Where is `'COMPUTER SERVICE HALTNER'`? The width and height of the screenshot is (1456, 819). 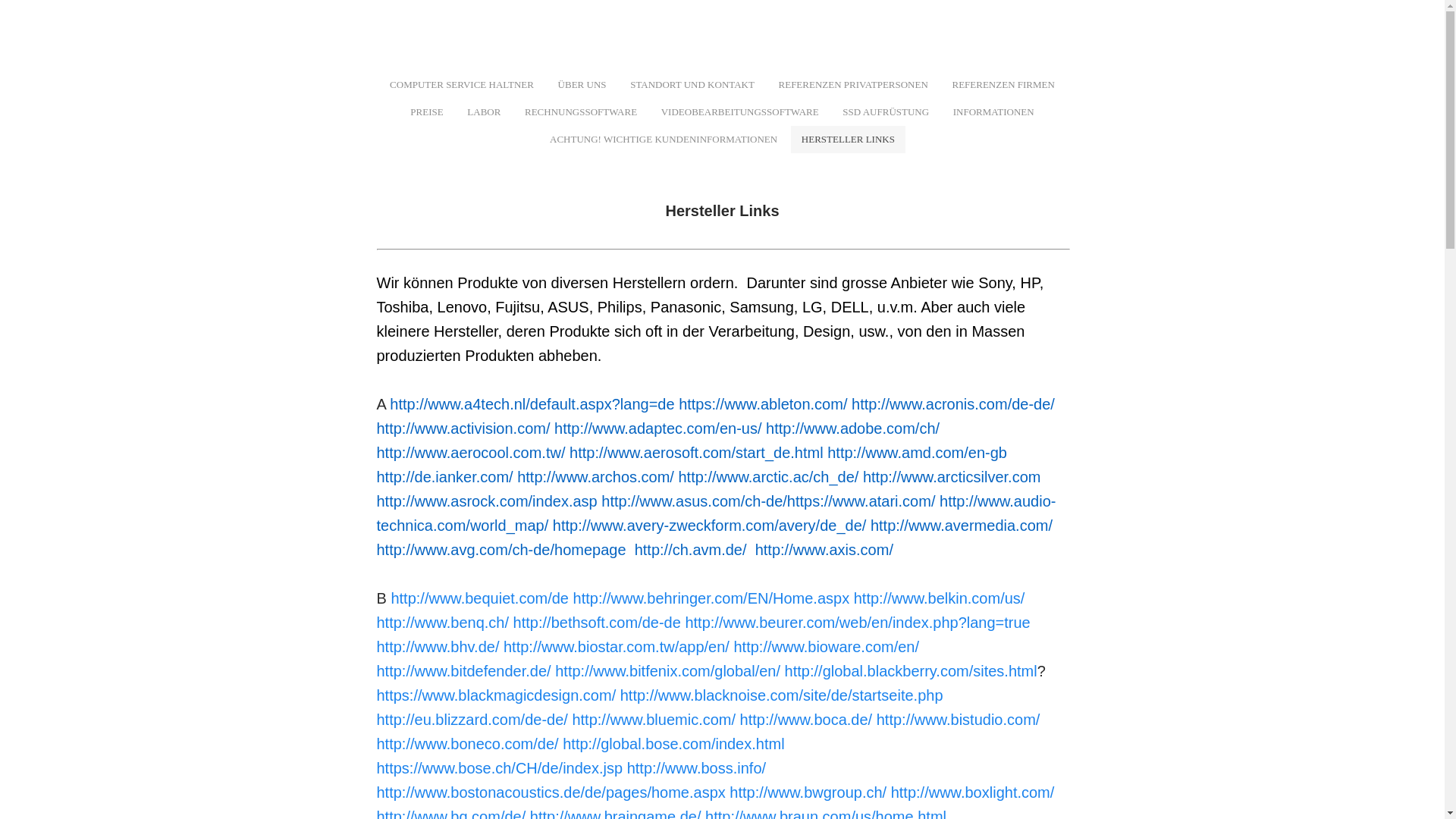
'COMPUTER SERVICE HALTNER' is located at coordinates (461, 84).